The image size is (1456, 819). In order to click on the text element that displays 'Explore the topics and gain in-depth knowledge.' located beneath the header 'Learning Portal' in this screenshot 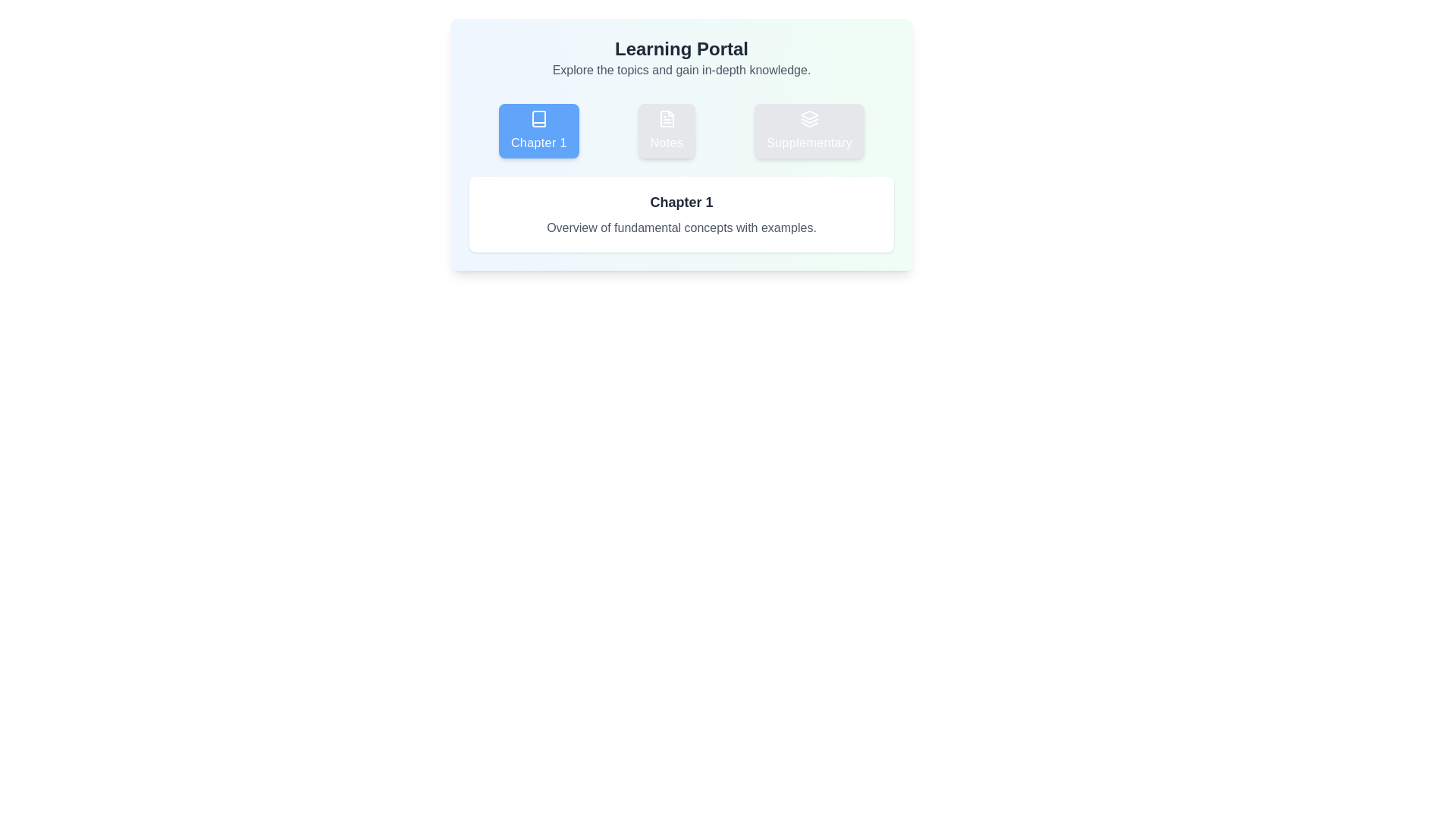, I will do `click(680, 70)`.